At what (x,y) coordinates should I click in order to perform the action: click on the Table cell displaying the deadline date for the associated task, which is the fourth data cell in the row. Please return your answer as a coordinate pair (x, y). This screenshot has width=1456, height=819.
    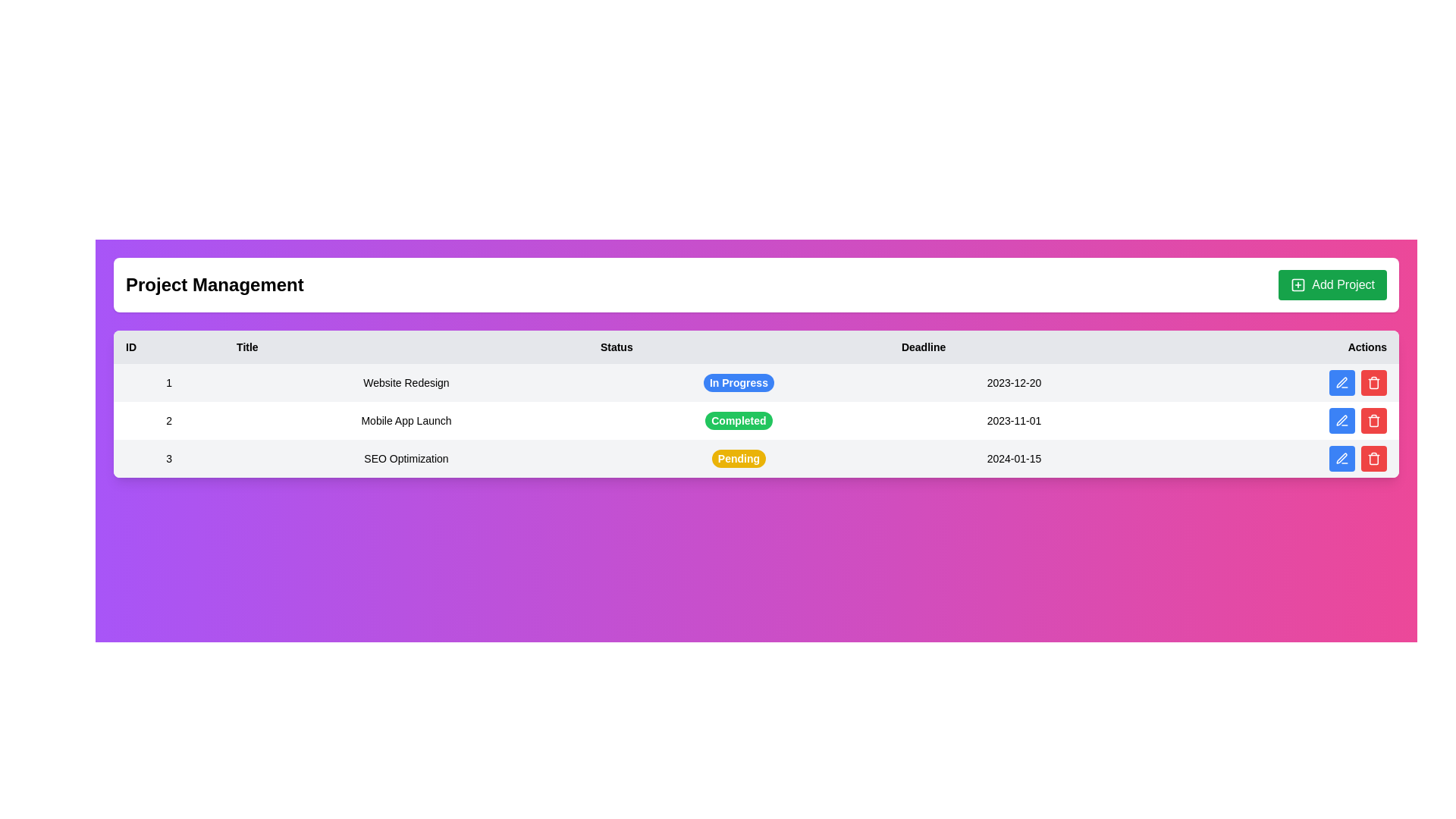
    Looking at the image, I should click on (1014, 421).